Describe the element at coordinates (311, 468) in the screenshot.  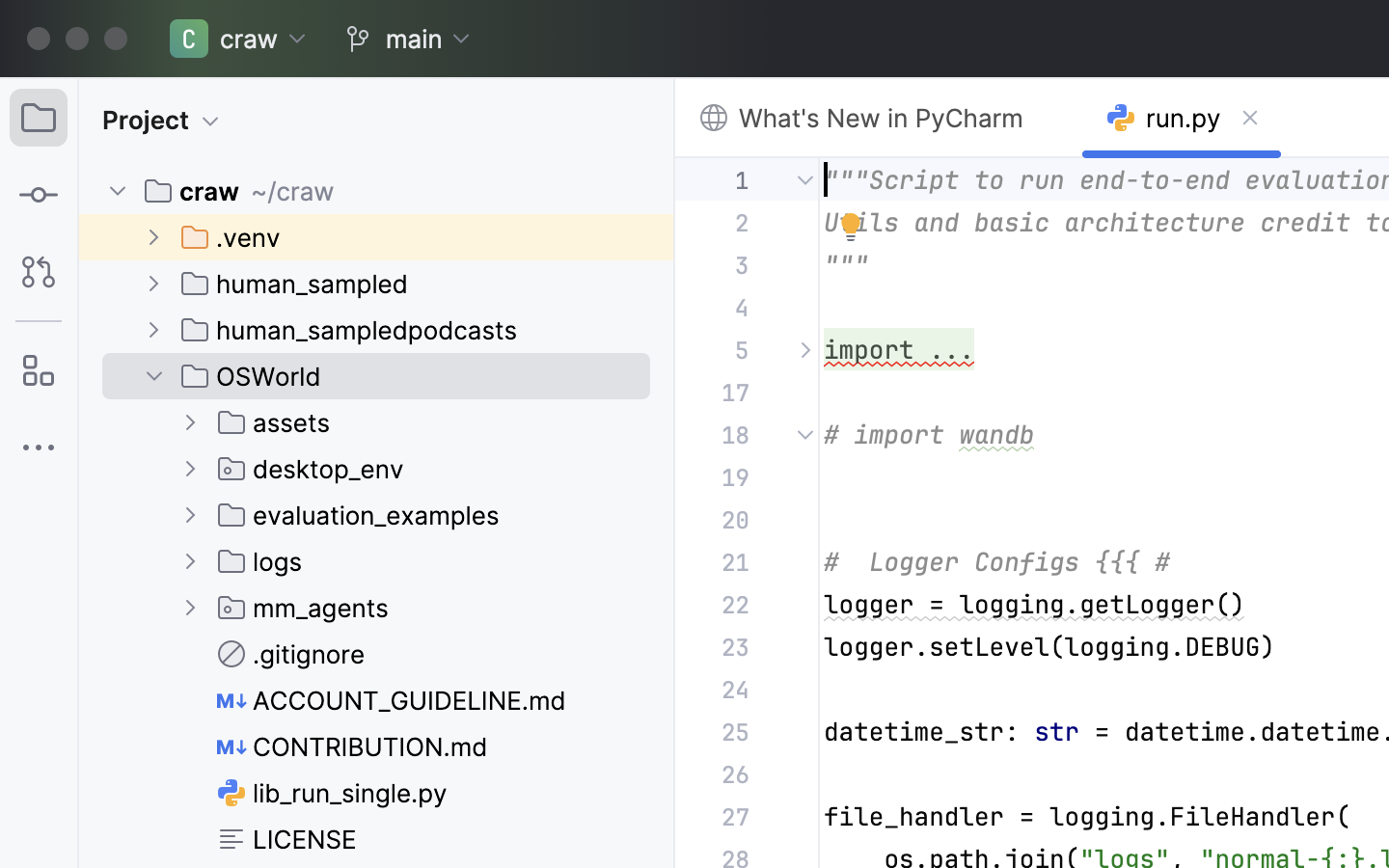
I see `'desktop_env'` at that location.